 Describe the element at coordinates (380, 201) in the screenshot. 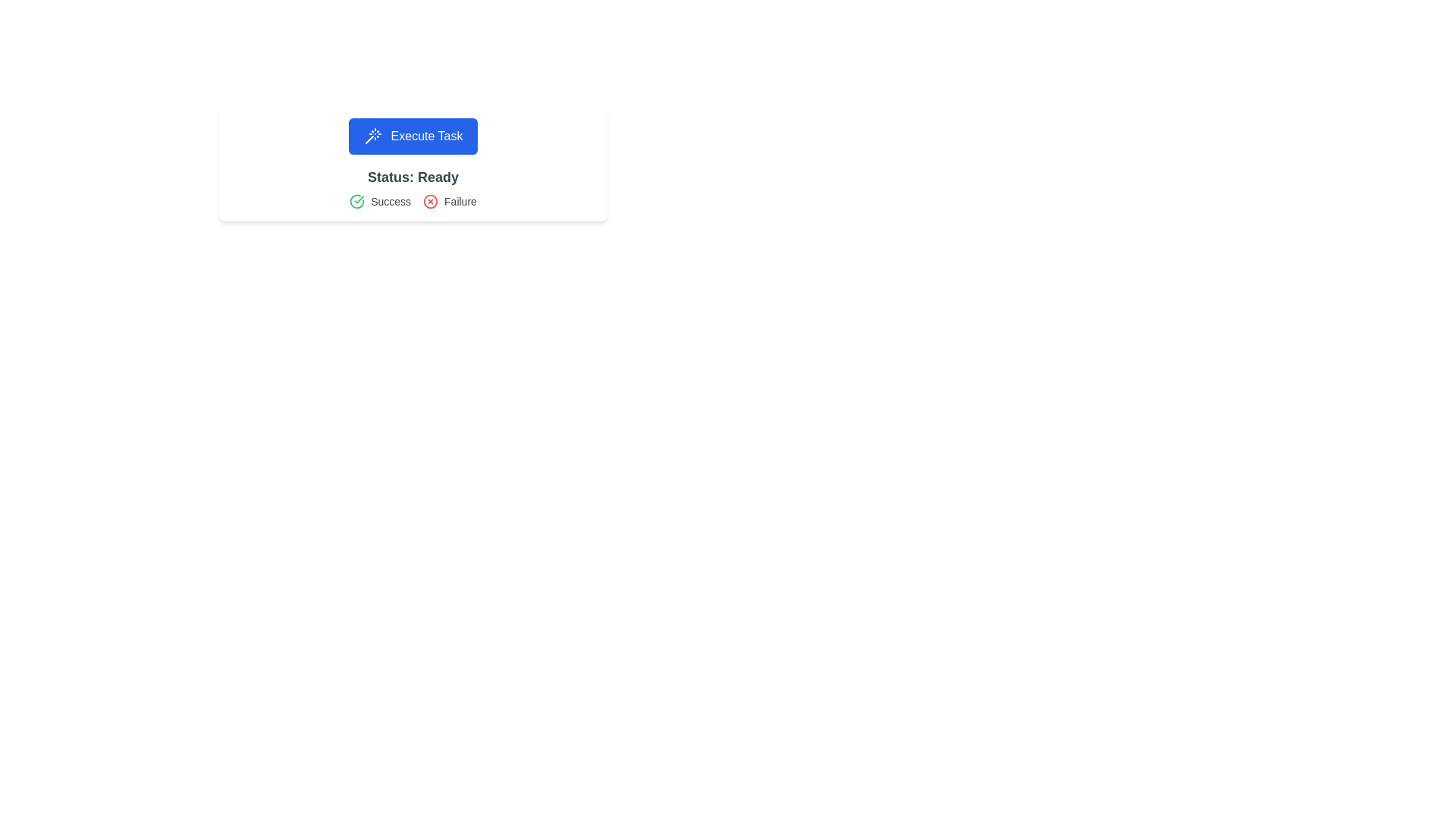

I see `the 'Success' status indicator, which is the first element among its siblings, located at the center-bottom of the interface, combining an icon and a text label` at that location.